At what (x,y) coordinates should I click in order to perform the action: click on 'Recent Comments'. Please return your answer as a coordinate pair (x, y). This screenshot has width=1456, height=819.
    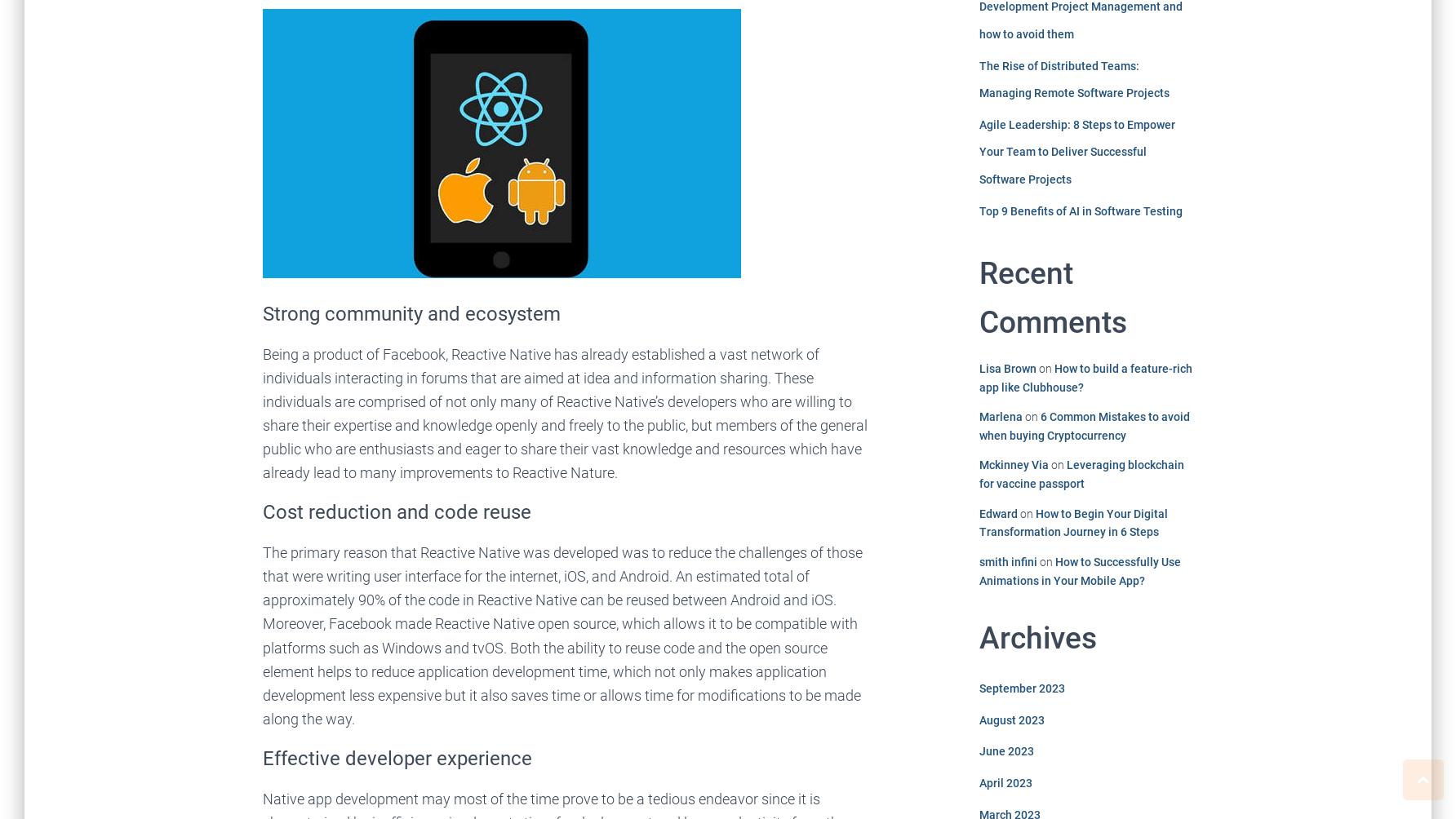
    Looking at the image, I should click on (1051, 298).